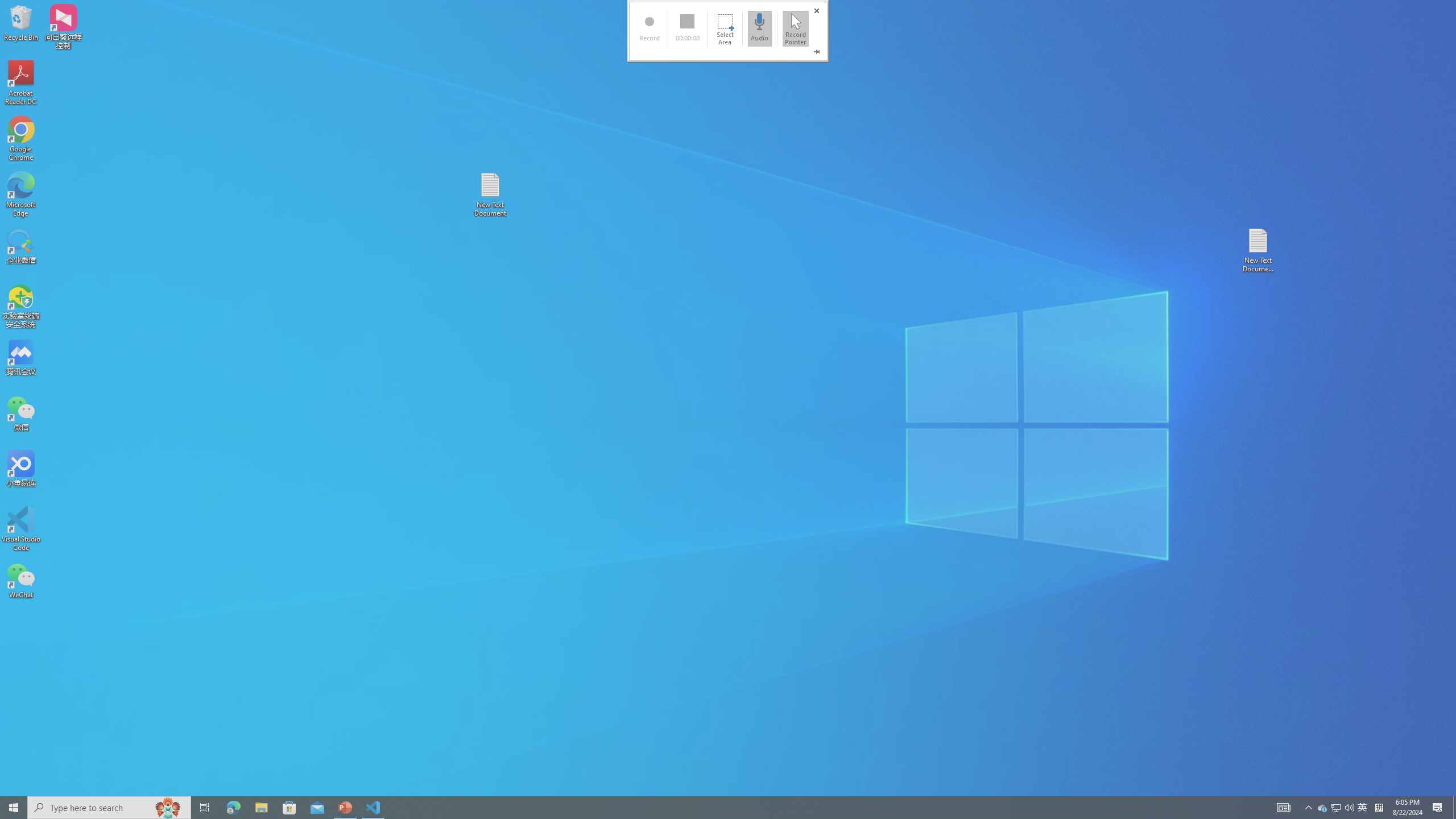 Image resolution: width=1456 pixels, height=819 pixels. What do you see at coordinates (724, 28) in the screenshot?
I see `'Select Area'` at bounding box center [724, 28].